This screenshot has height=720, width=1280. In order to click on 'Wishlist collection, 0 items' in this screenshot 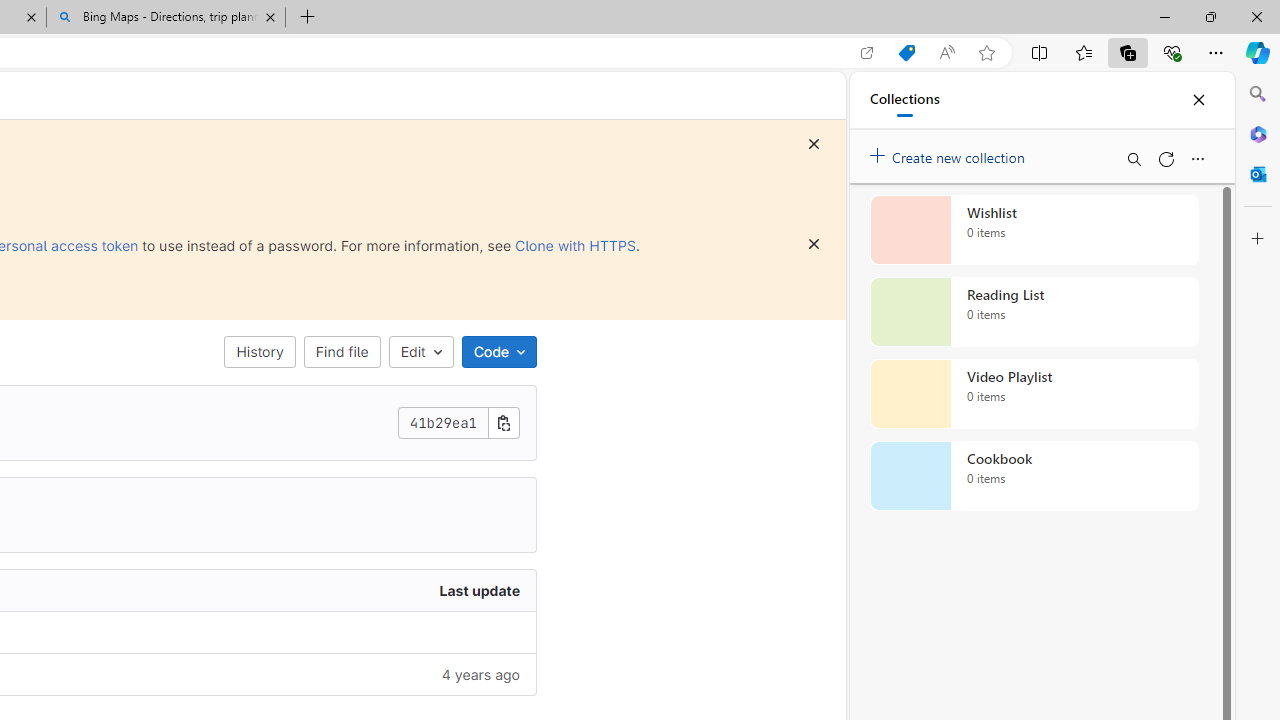, I will do `click(1034, 229)`.